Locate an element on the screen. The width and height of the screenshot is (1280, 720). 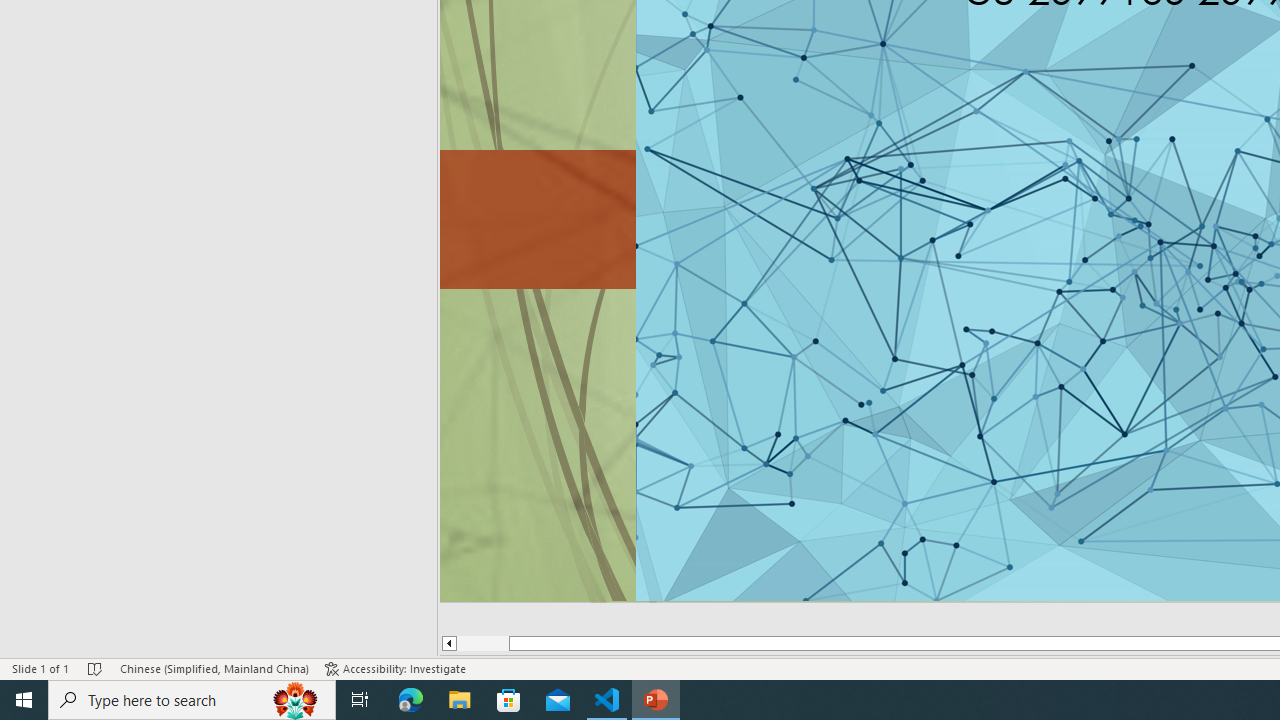
'Spell Check No Errors' is located at coordinates (95, 669).